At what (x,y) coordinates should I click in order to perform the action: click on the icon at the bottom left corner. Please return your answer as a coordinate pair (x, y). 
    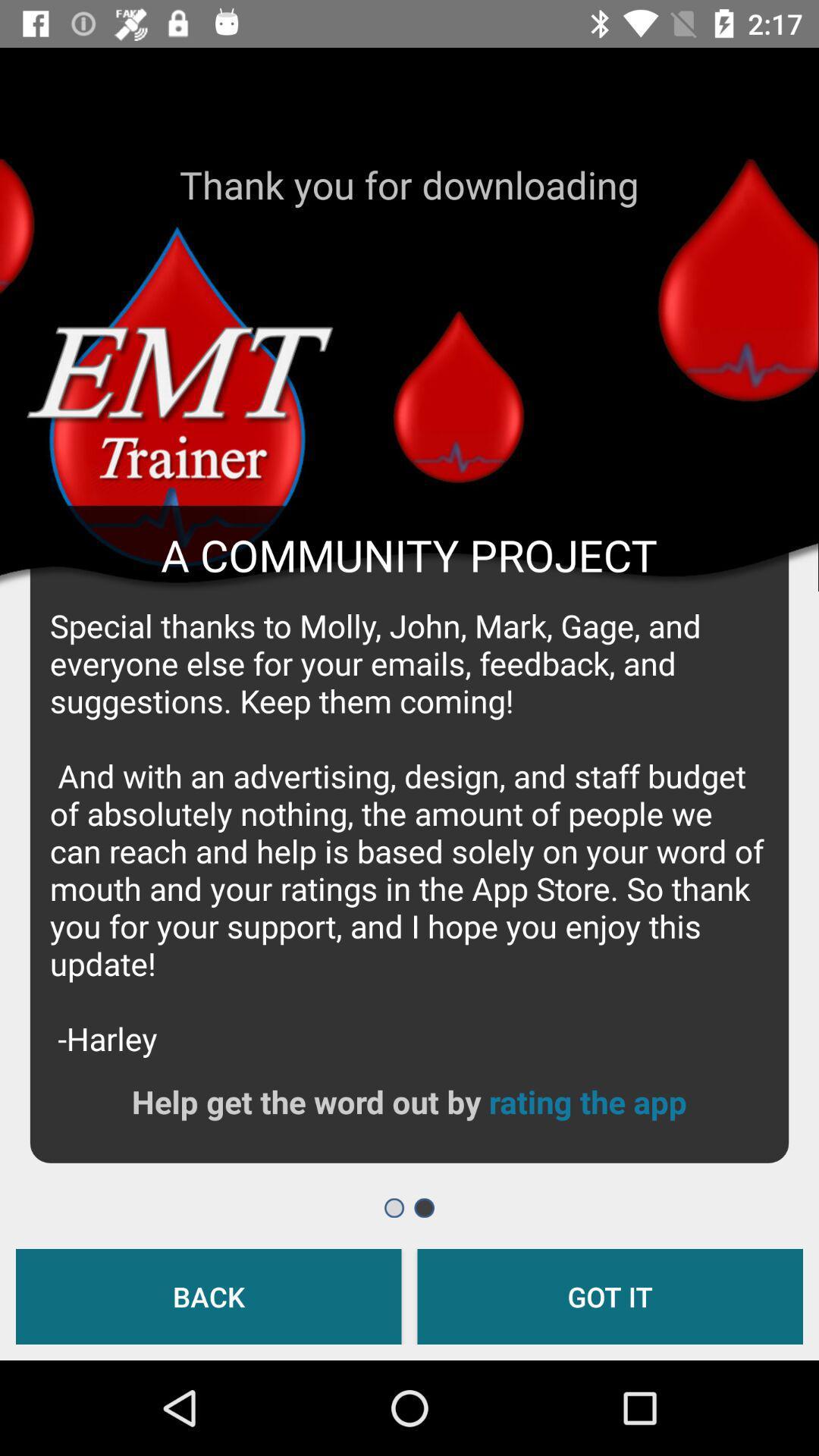
    Looking at the image, I should click on (209, 1295).